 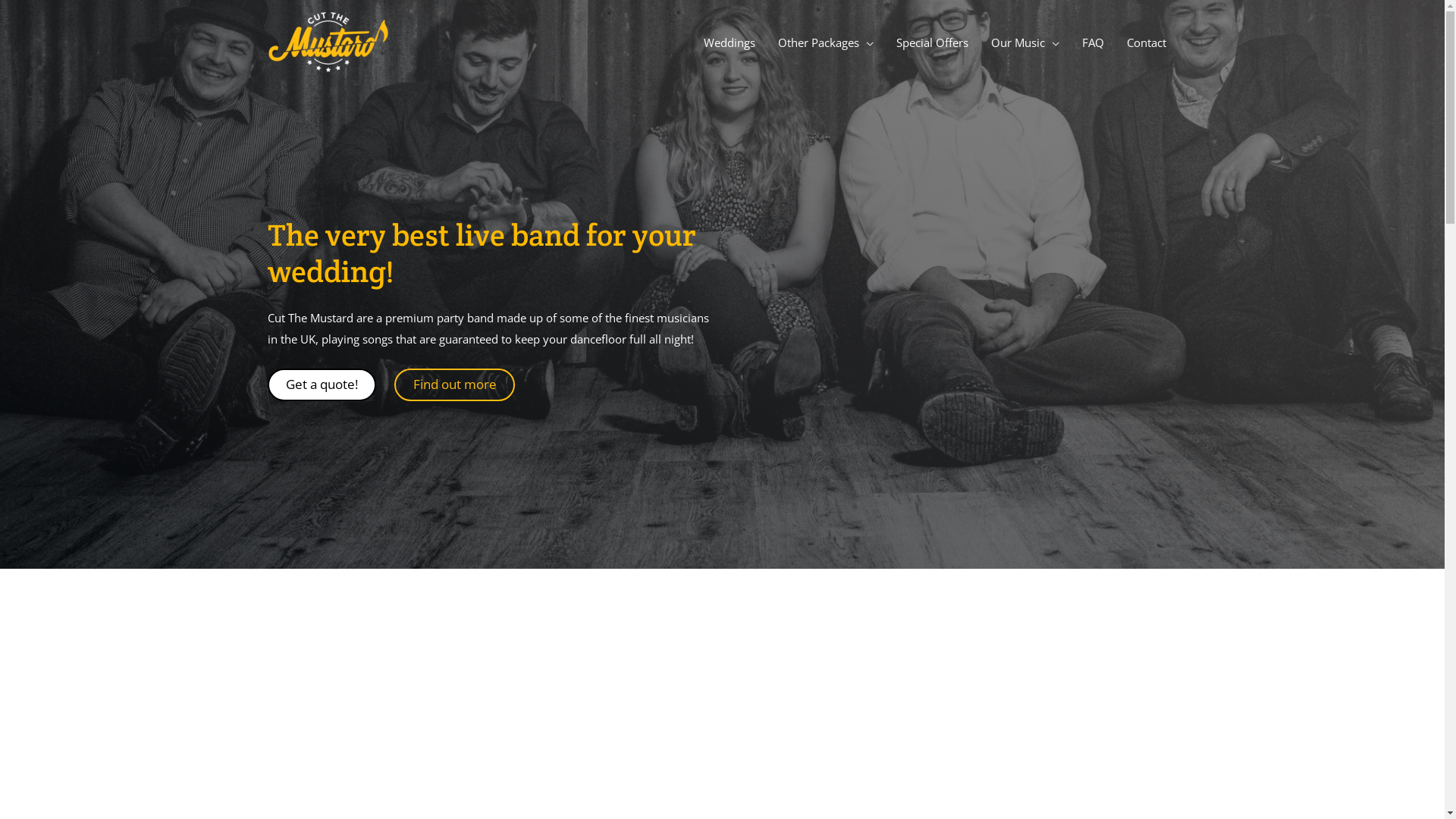 What do you see at coordinates (728, 40) in the screenshot?
I see `'Weddings'` at bounding box center [728, 40].